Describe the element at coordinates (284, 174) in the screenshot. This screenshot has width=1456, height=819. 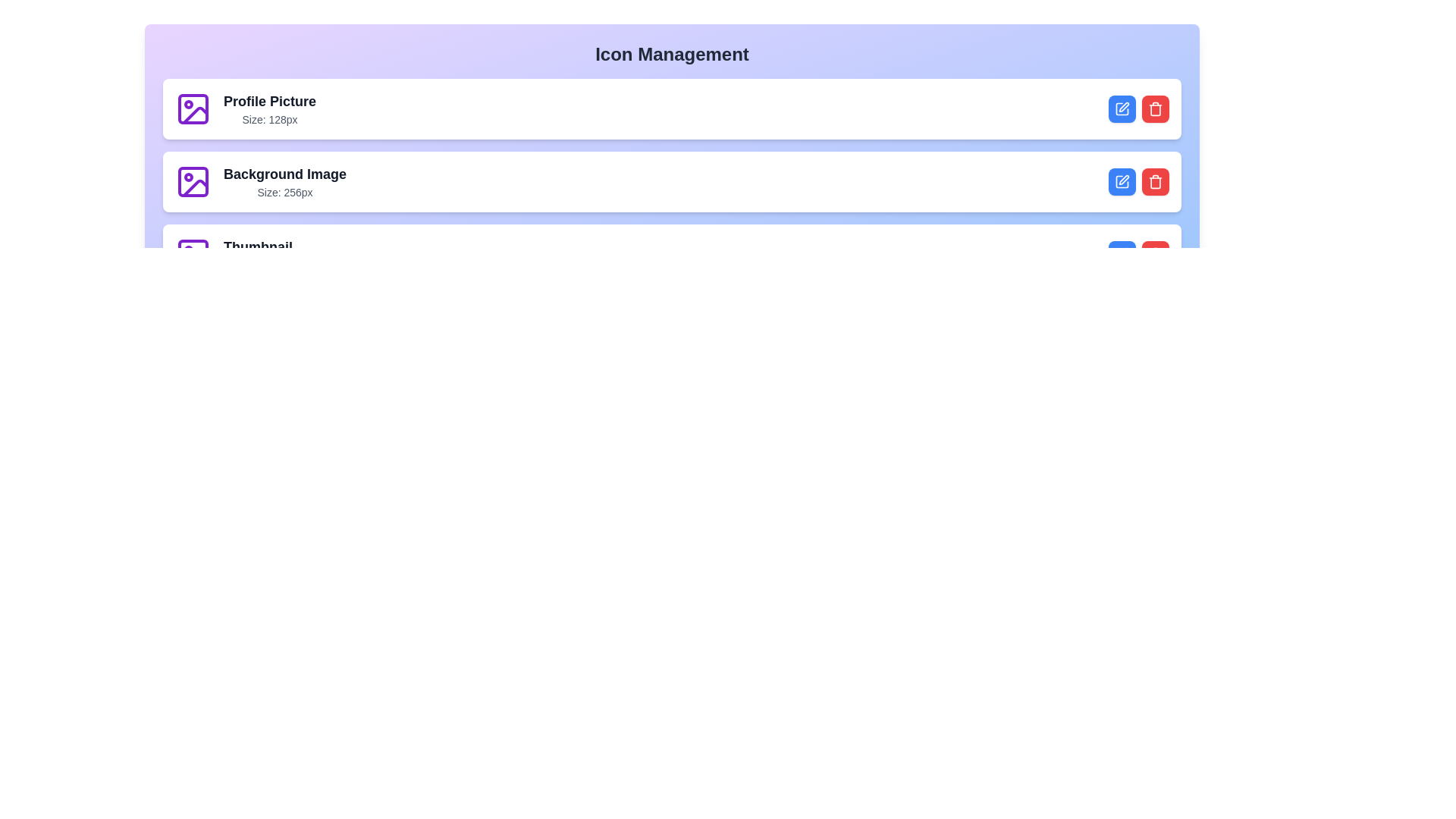
I see `text of the bold label that says 'Background Image', which is located in the second list item's content area under the 'Icon Management' header` at that location.